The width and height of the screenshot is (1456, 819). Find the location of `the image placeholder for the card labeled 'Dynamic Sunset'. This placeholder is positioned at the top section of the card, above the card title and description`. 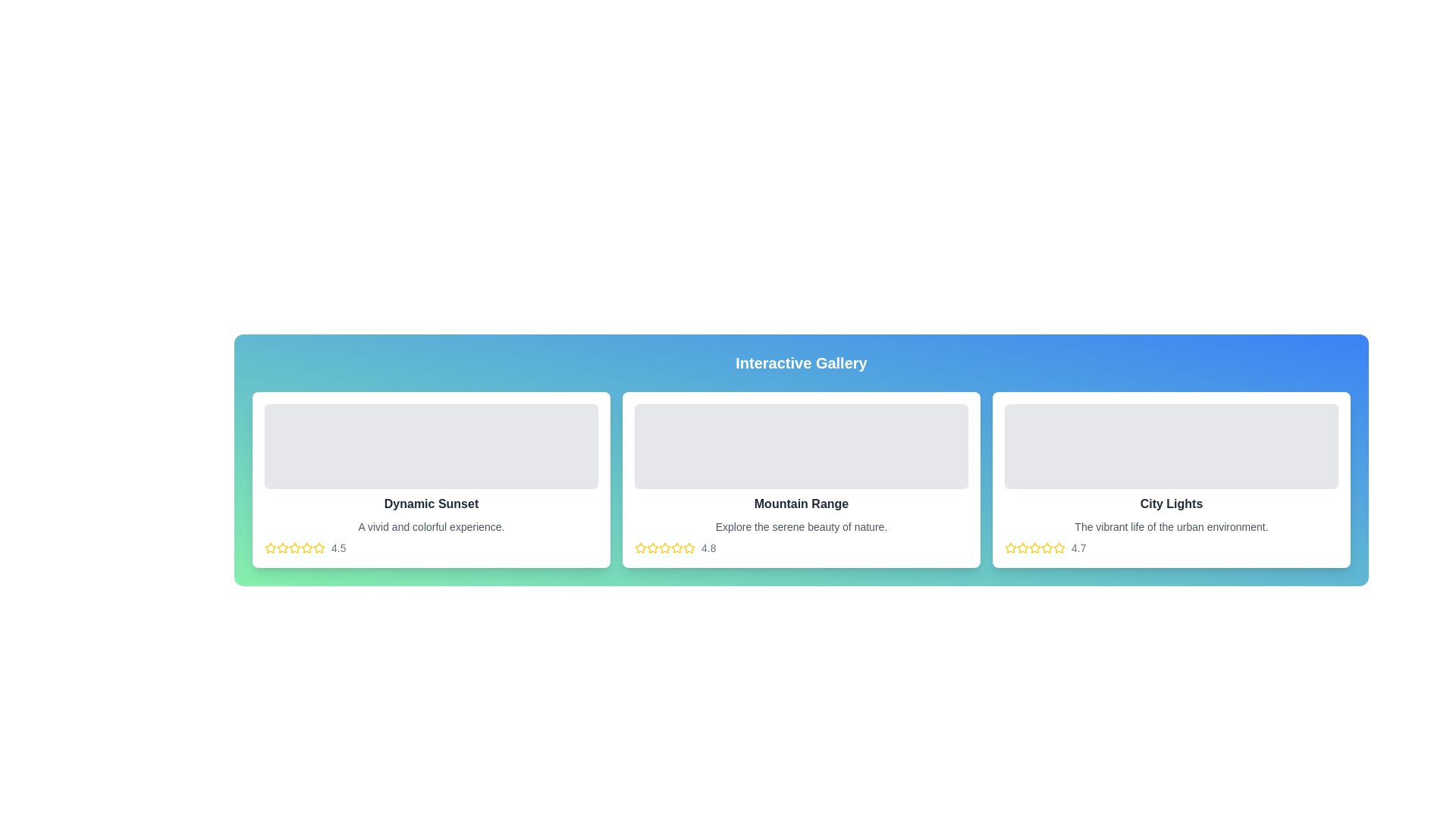

the image placeholder for the card labeled 'Dynamic Sunset'. This placeholder is positioned at the top section of the card, above the card title and description is located at coordinates (431, 446).